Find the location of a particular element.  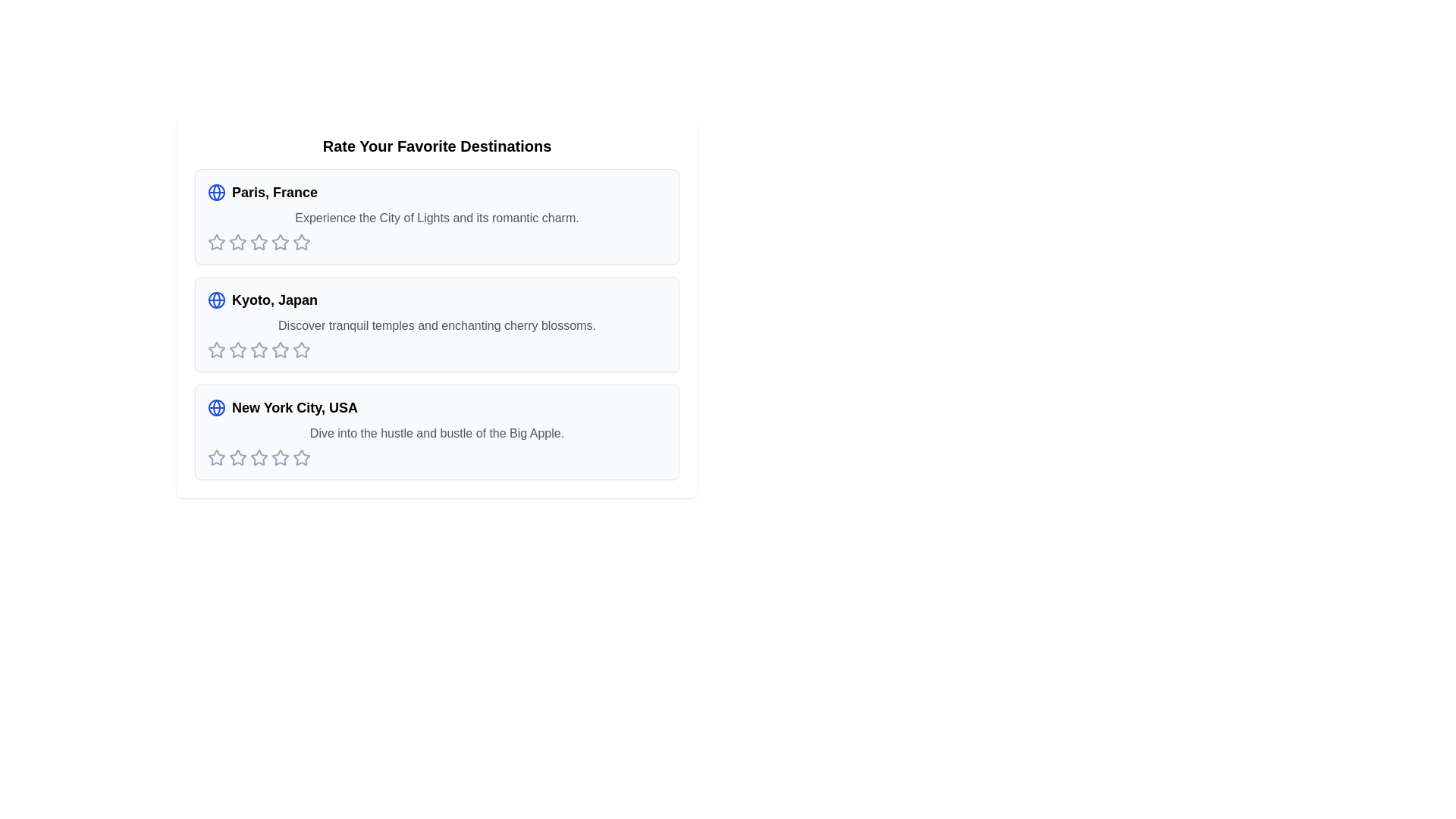

the second star in the 5-star rating system for 'New York City, USA' is located at coordinates (259, 457).